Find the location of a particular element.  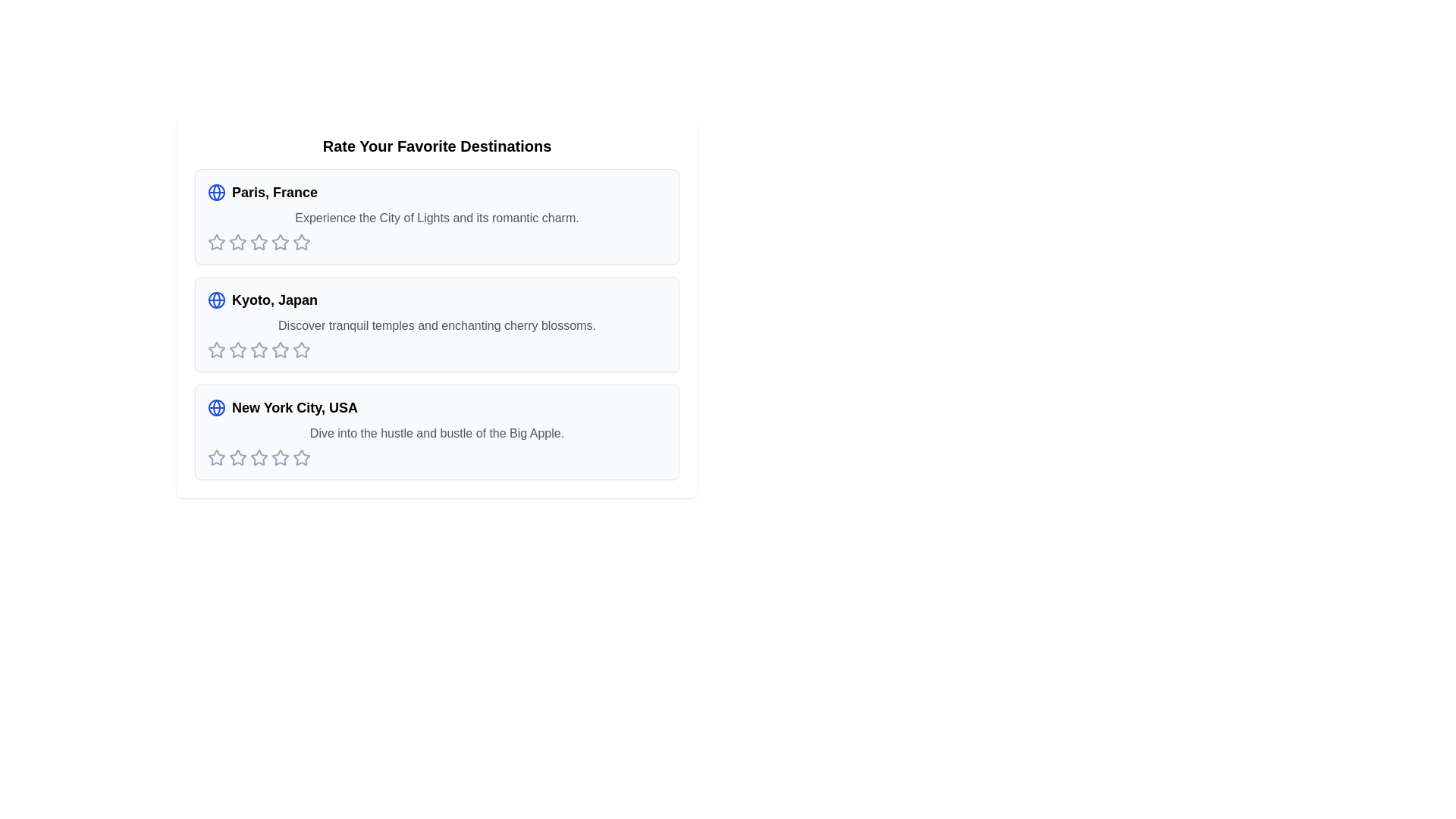

the second star in the 5-star rating system for 'New York City, USA' is located at coordinates (259, 457).